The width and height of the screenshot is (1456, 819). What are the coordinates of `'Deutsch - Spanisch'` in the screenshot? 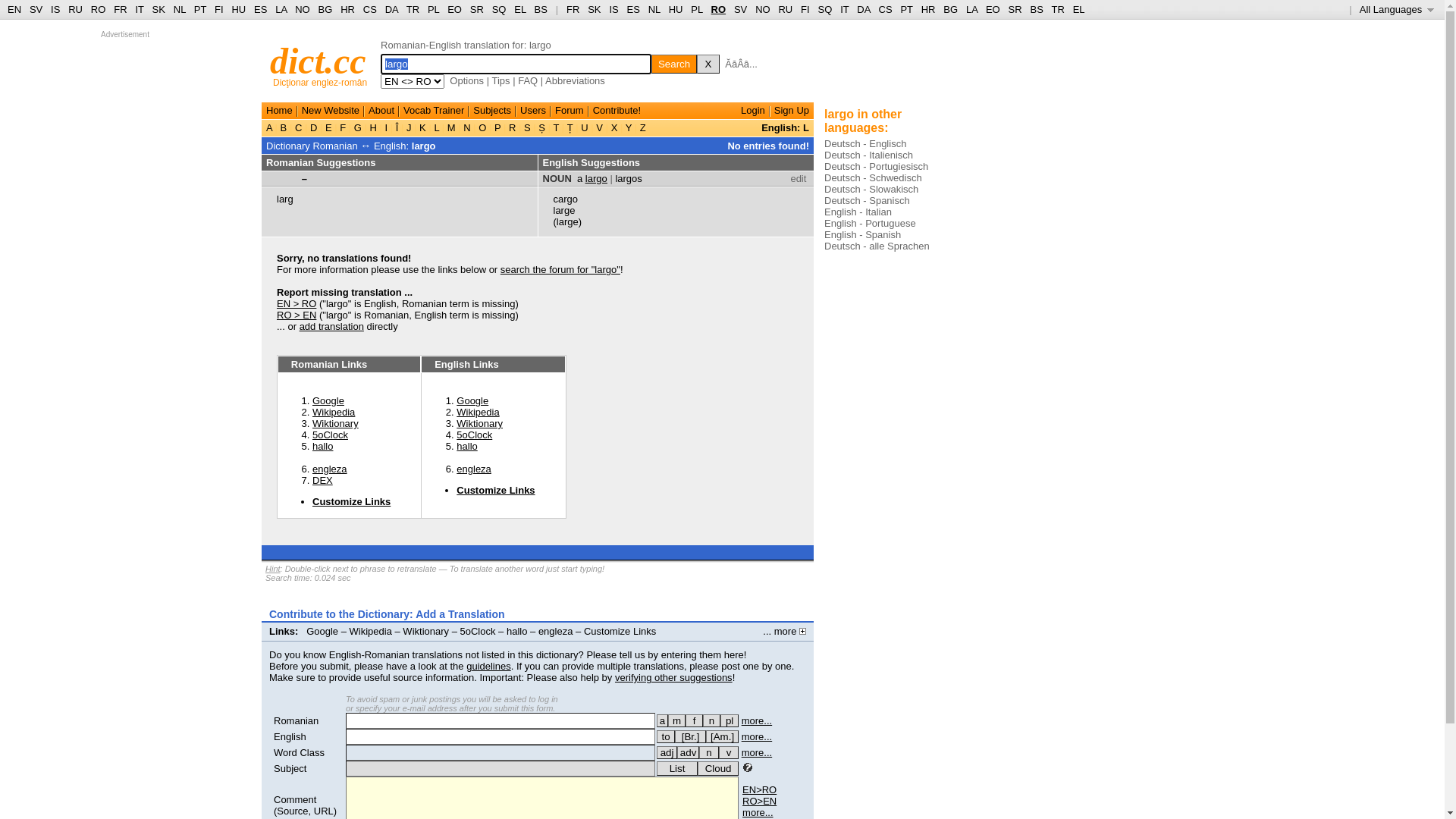 It's located at (867, 199).